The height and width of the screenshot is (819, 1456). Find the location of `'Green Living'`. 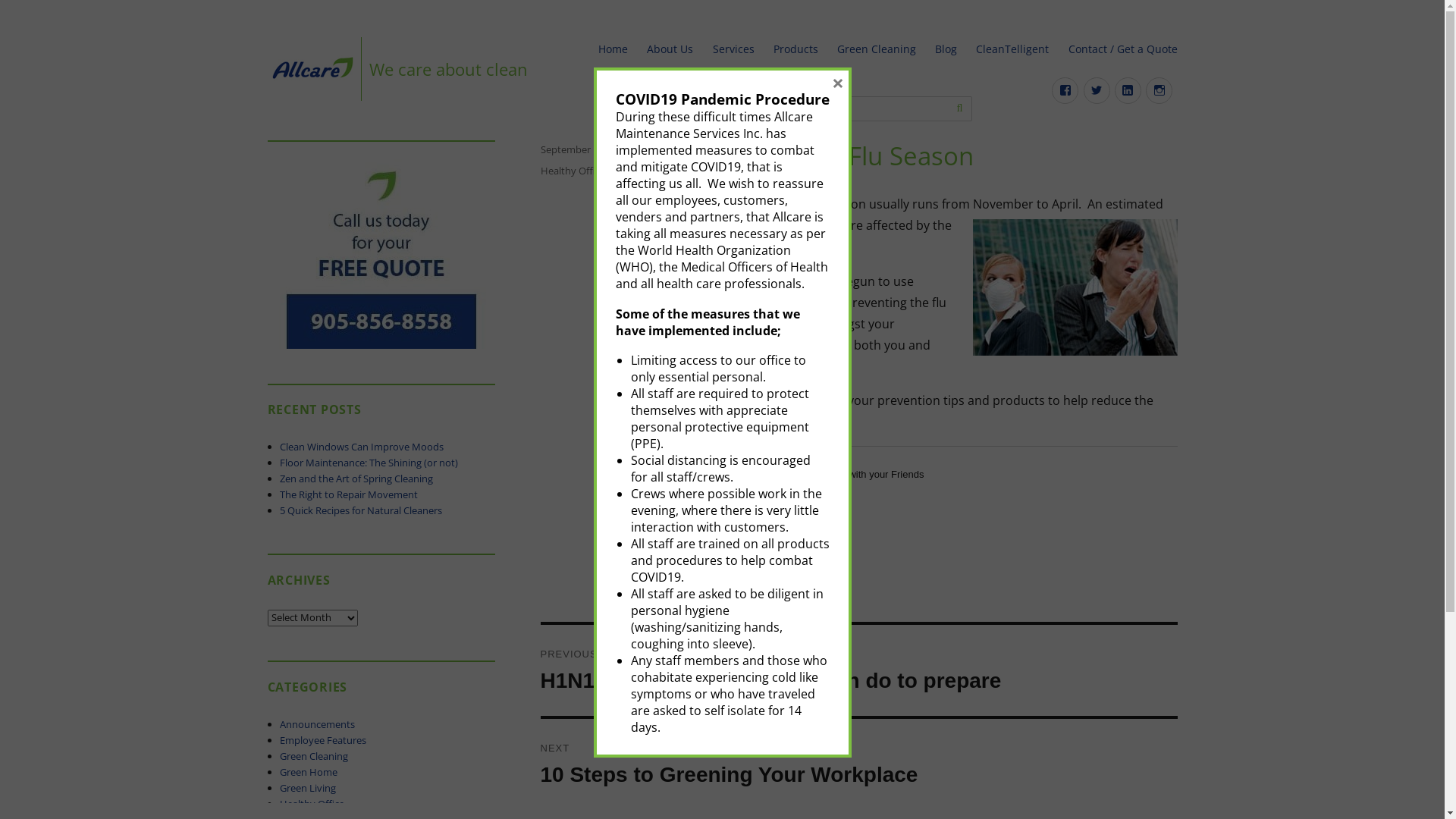

'Green Living' is located at coordinates (280, 786).